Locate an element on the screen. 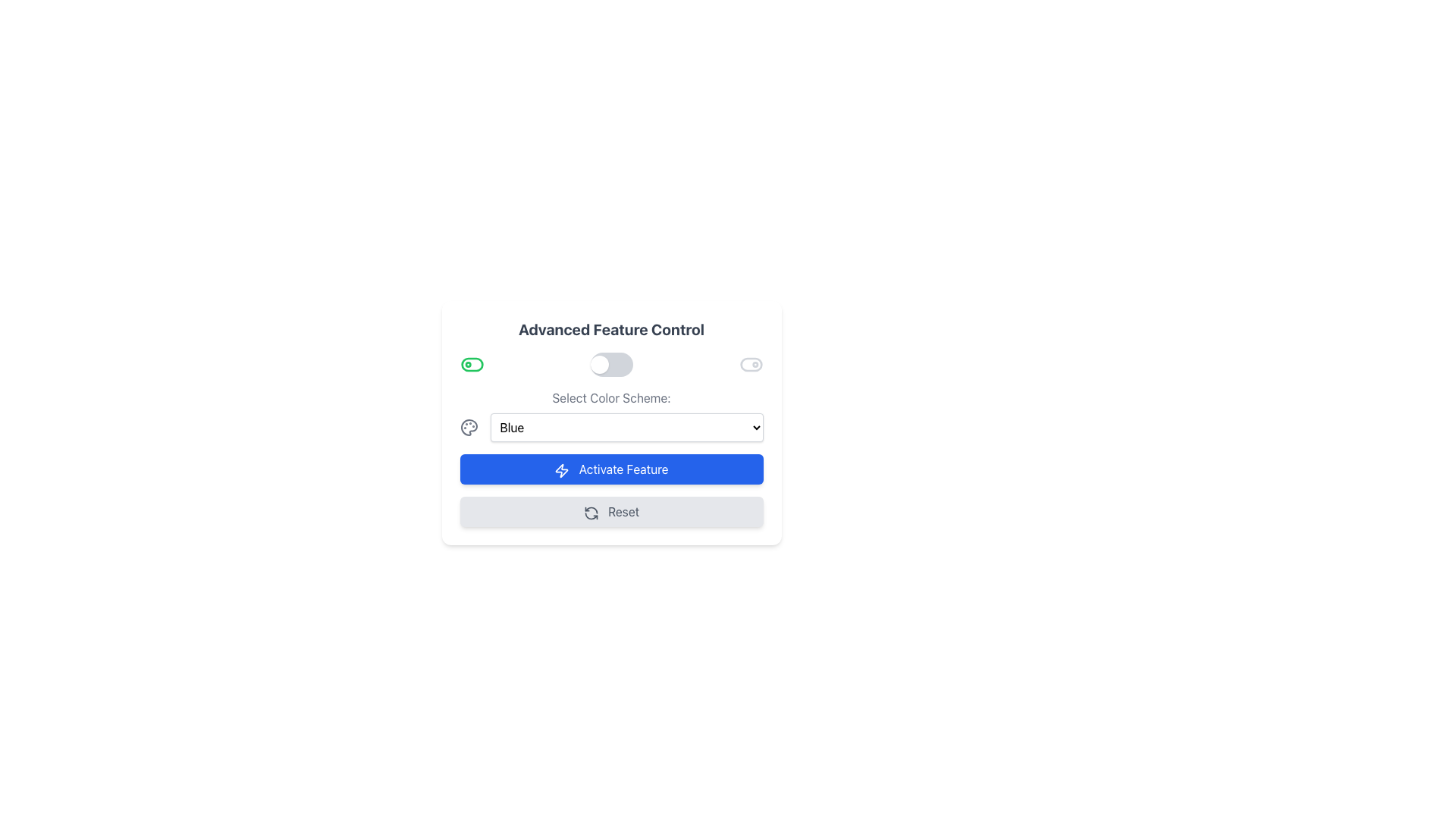 The height and width of the screenshot is (819, 1456). the background shape of the toggle switch located at the top-right of the control box to indicate its state is located at coordinates (751, 365).